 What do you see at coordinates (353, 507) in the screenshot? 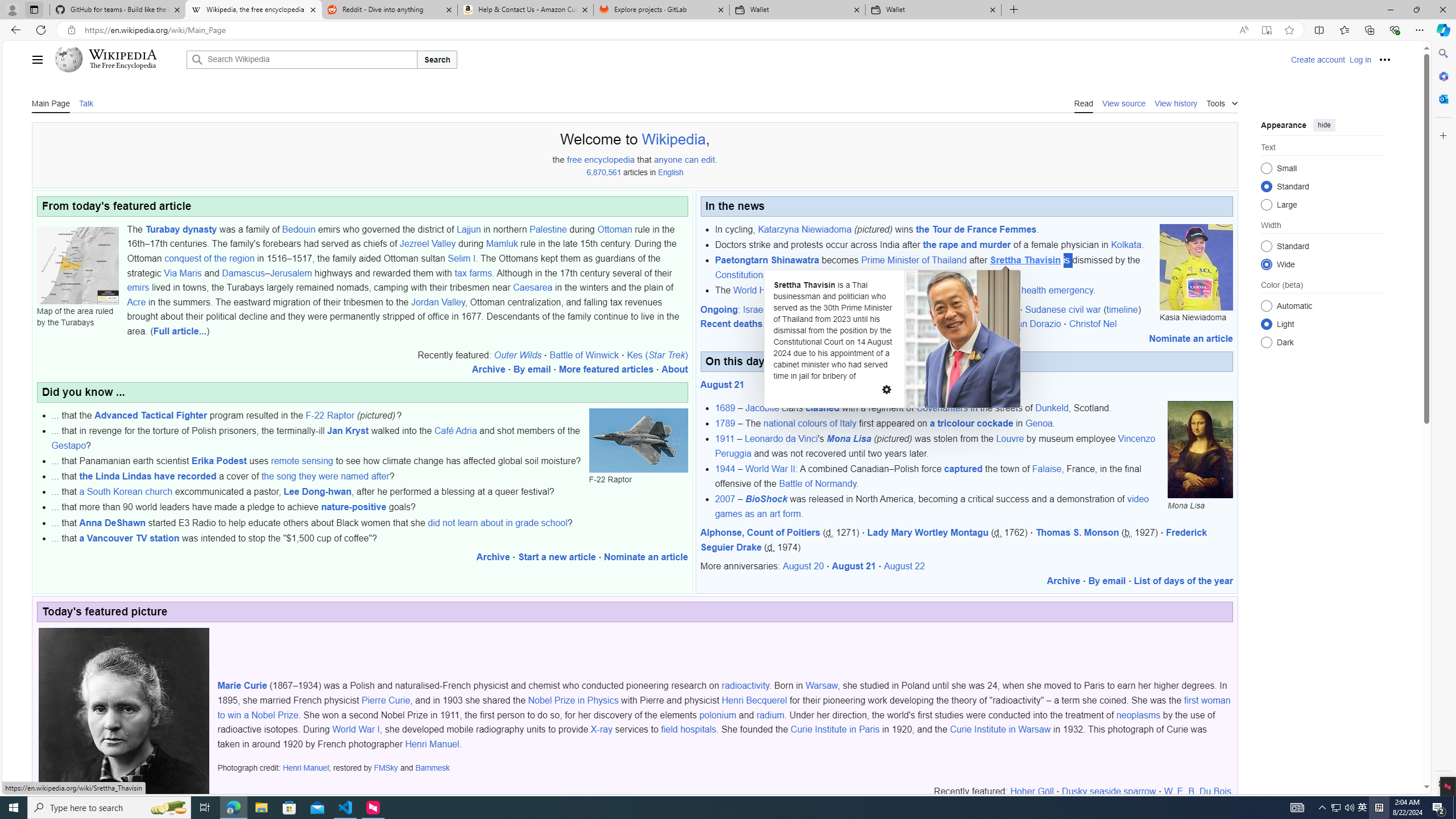
I see `'nature-positive'` at bounding box center [353, 507].